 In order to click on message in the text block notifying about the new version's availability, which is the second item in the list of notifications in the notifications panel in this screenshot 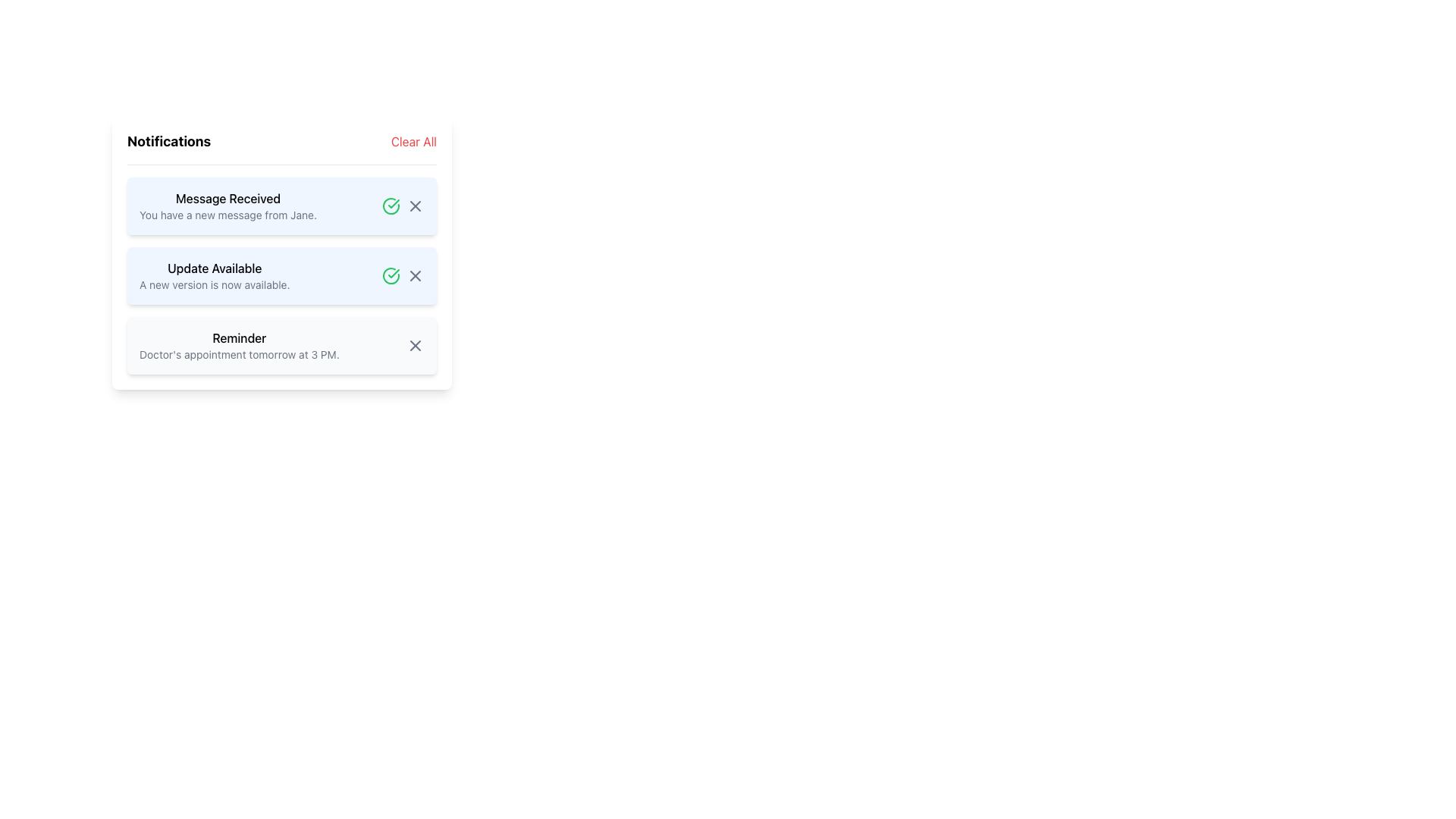, I will do `click(214, 275)`.